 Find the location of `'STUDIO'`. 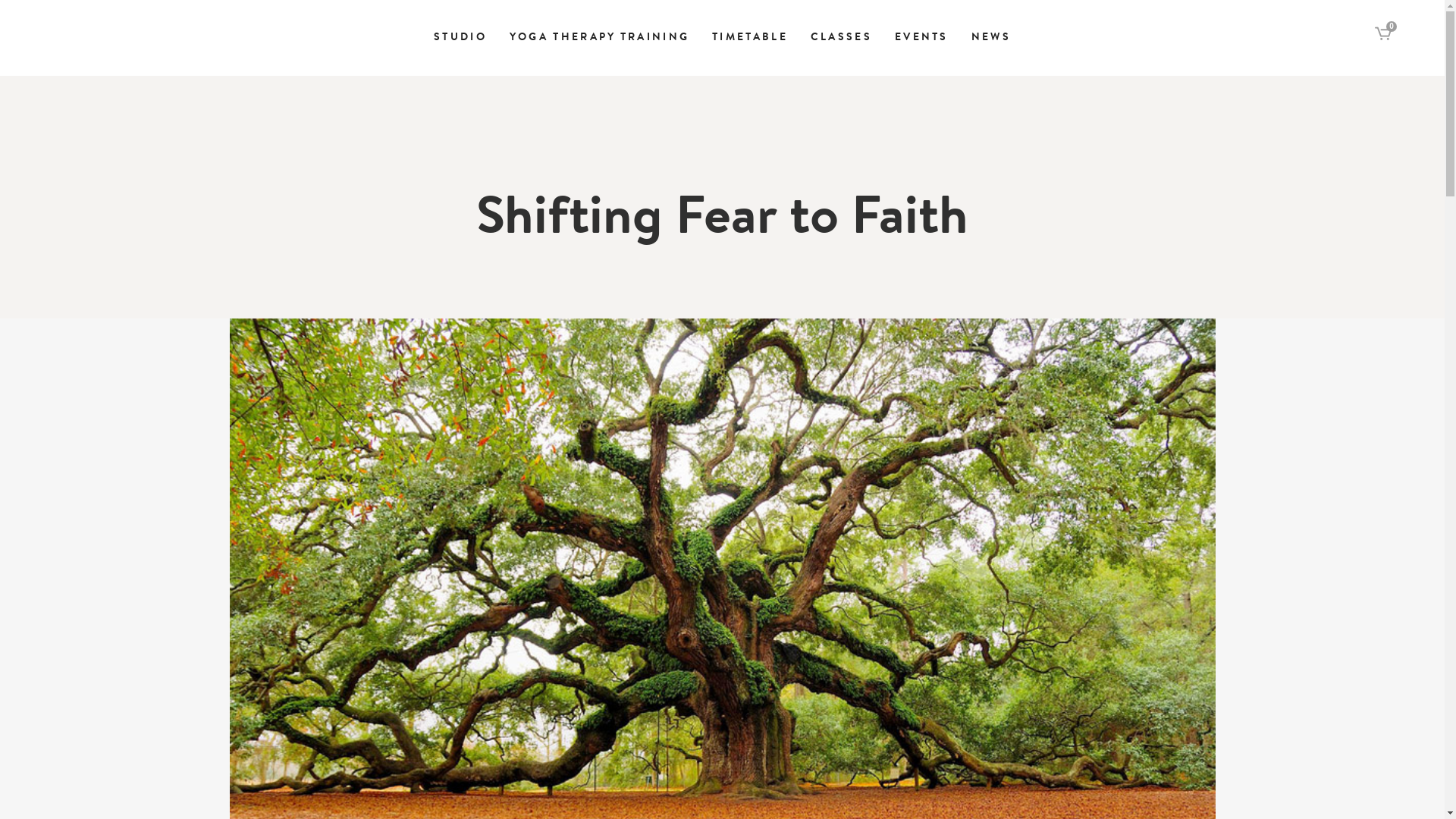

'STUDIO' is located at coordinates (459, 37).